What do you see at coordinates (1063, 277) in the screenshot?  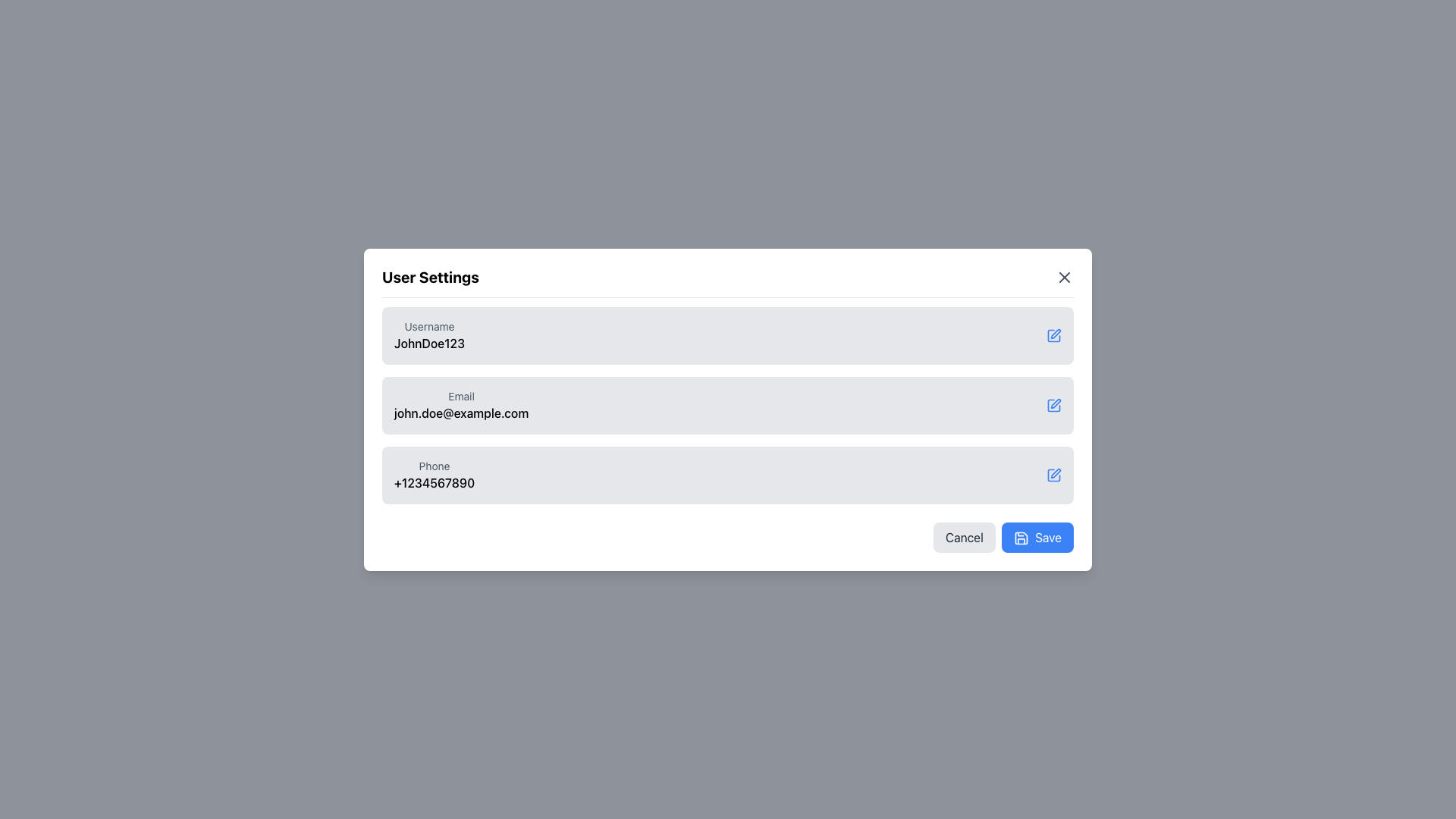 I see `the close button located in the top-right corner of the 'User Settings' modal window` at bounding box center [1063, 277].